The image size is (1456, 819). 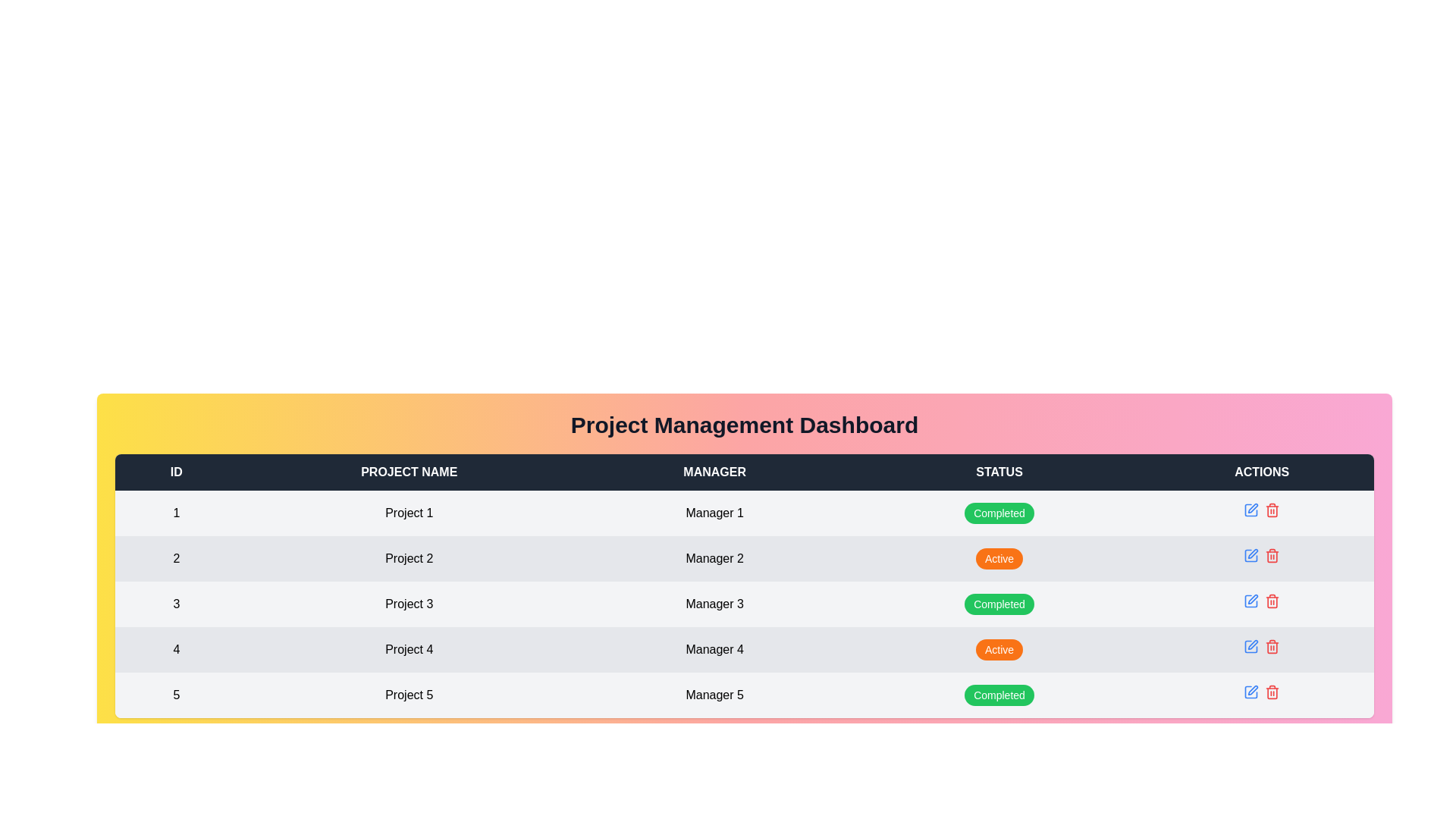 What do you see at coordinates (999, 558) in the screenshot?
I see `the Status indicator button, which displays 'Active' in white text on an orange background, located in the fourth column of the second row in the table` at bounding box center [999, 558].